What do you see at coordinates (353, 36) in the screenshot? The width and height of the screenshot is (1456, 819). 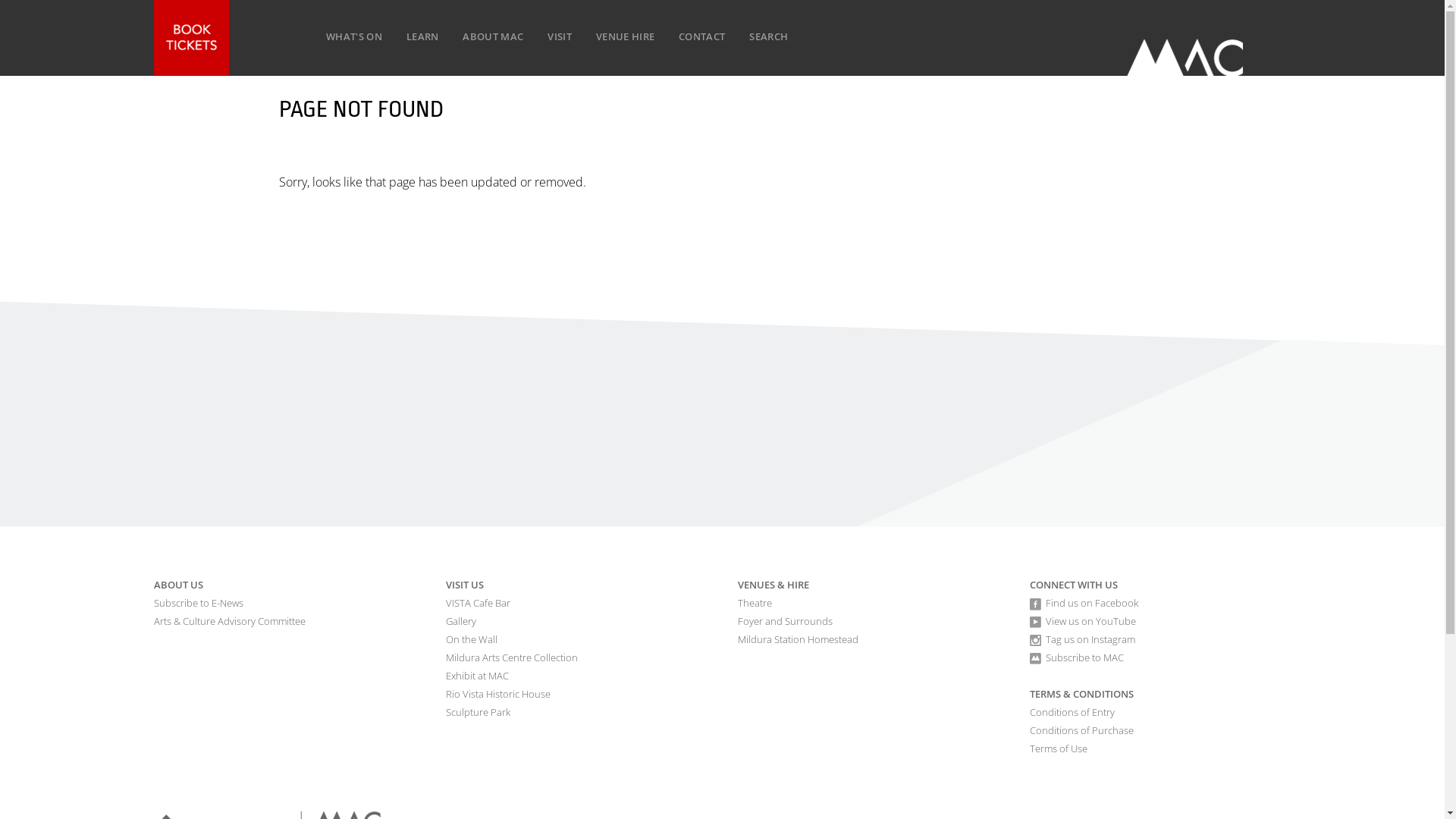 I see `'WHAT'S ON'` at bounding box center [353, 36].